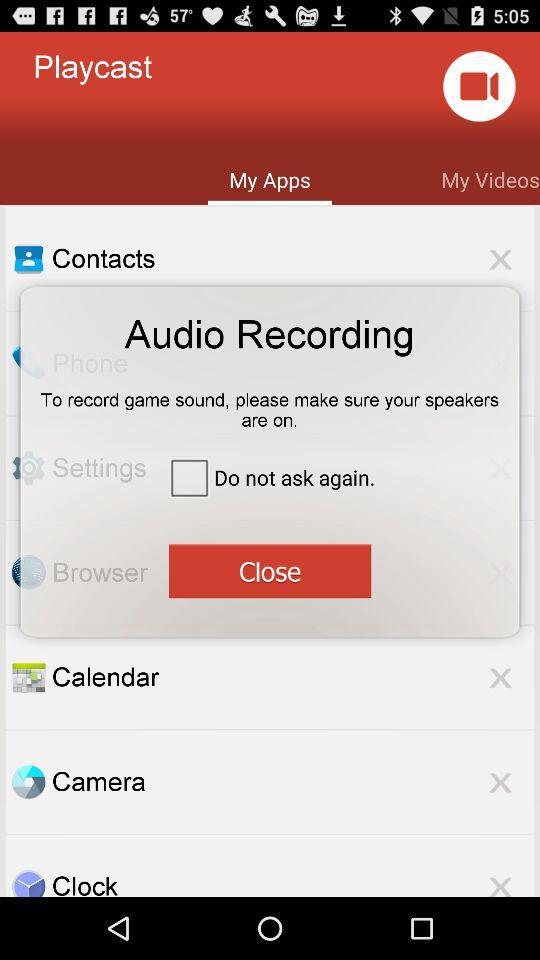 Image resolution: width=540 pixels, height=960 pixels. I want to click on the checkbox above do not ask icon, so click(270, 402).